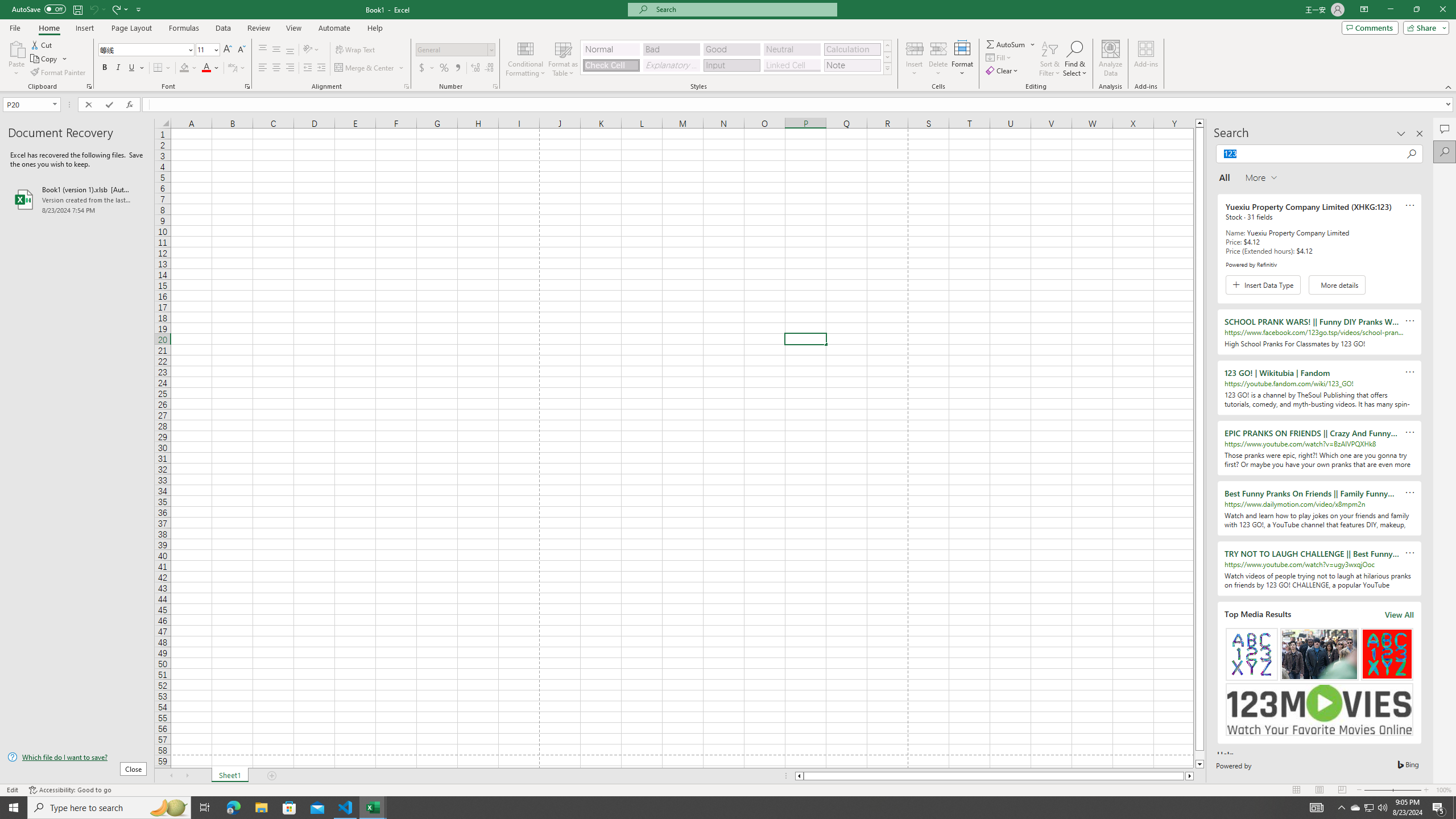 The width and height of the screenshot is (1456, 819). What do you see at coordinates (1199, 755) in the screenshot?
I see `'Page down'` at bounding box center [1199, 755].